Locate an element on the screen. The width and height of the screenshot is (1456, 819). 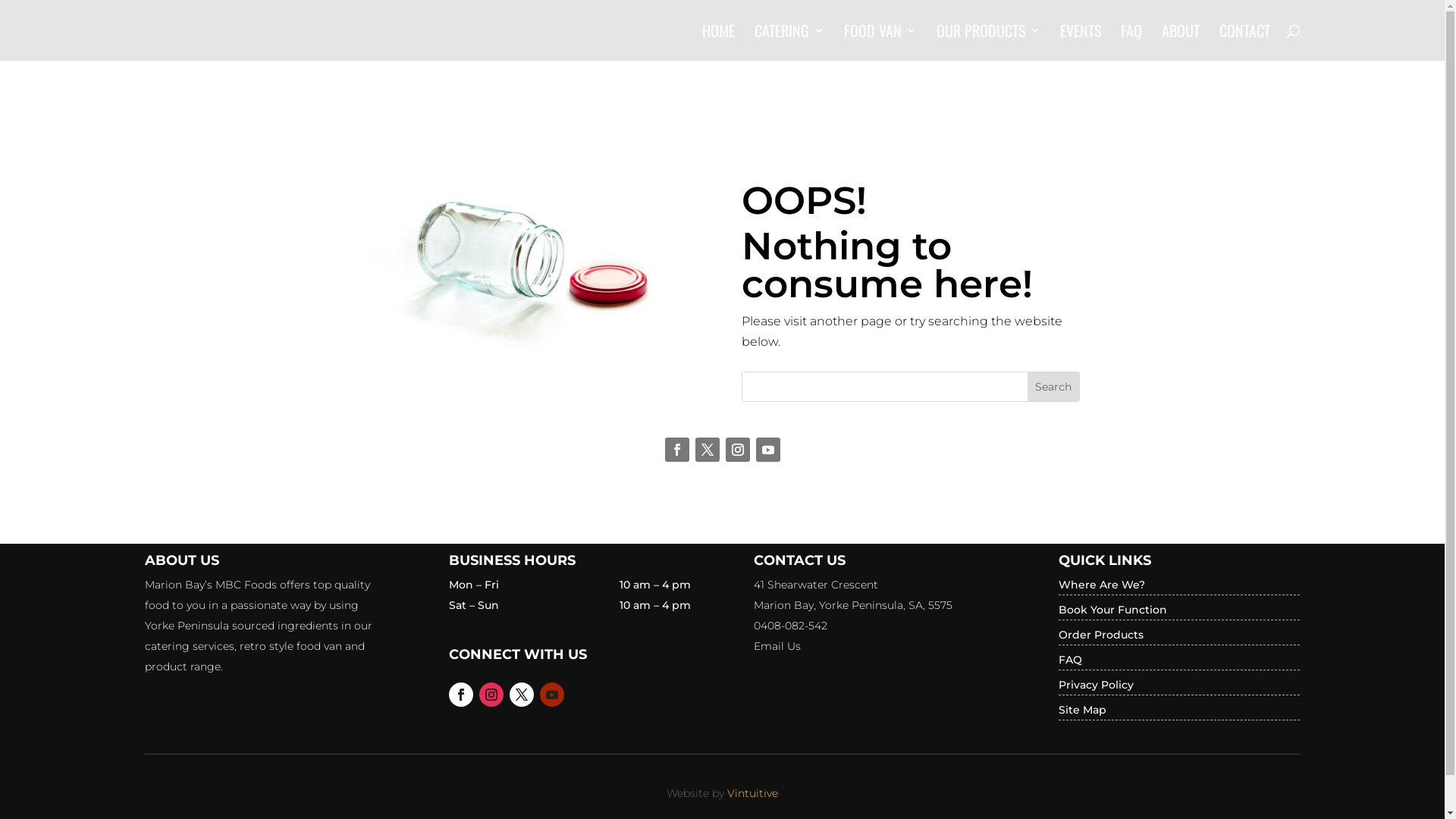
'Follow on Instagram' is located at coordinates (491, 694).